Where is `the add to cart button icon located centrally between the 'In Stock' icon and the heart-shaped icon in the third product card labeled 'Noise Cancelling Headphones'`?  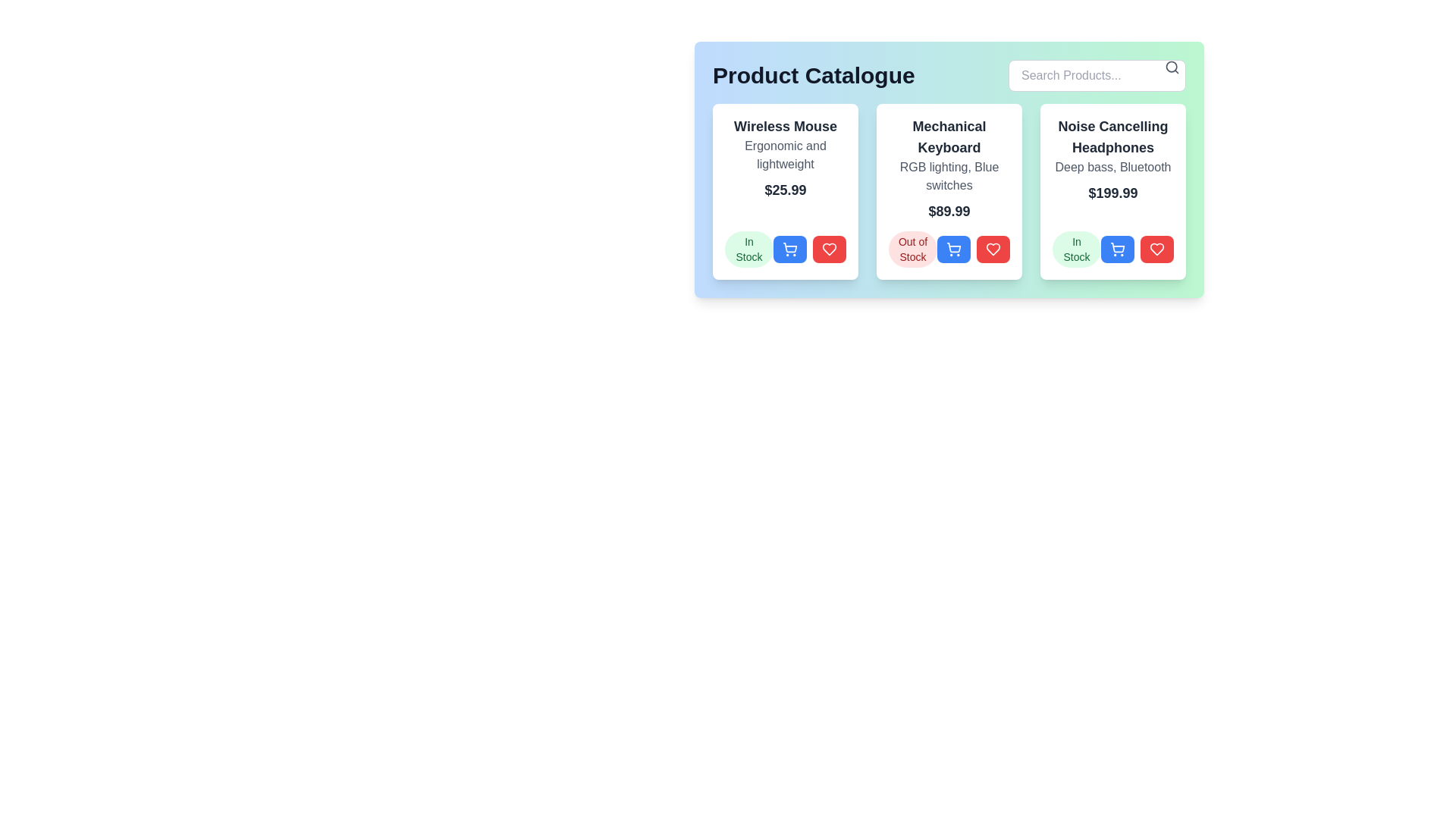 the add to cart button icon located centrally between the 'In Stock' icon and the heart-shaped icon in the third product card labeled 'Noise Cancelling Headphones' is located at coordinates (1117, 246).